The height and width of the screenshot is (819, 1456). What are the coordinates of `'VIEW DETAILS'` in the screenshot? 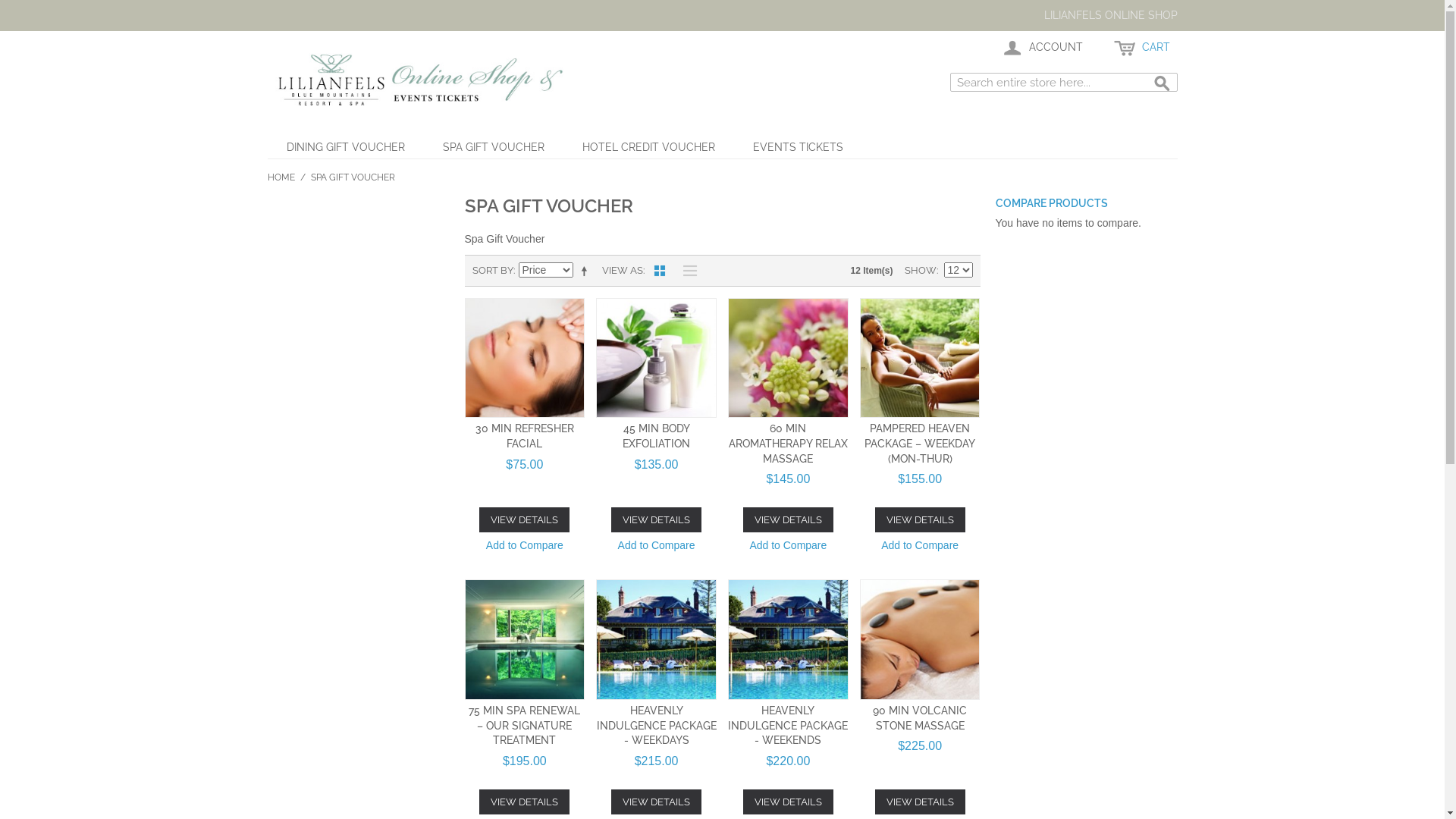 It's located at (656, 519).